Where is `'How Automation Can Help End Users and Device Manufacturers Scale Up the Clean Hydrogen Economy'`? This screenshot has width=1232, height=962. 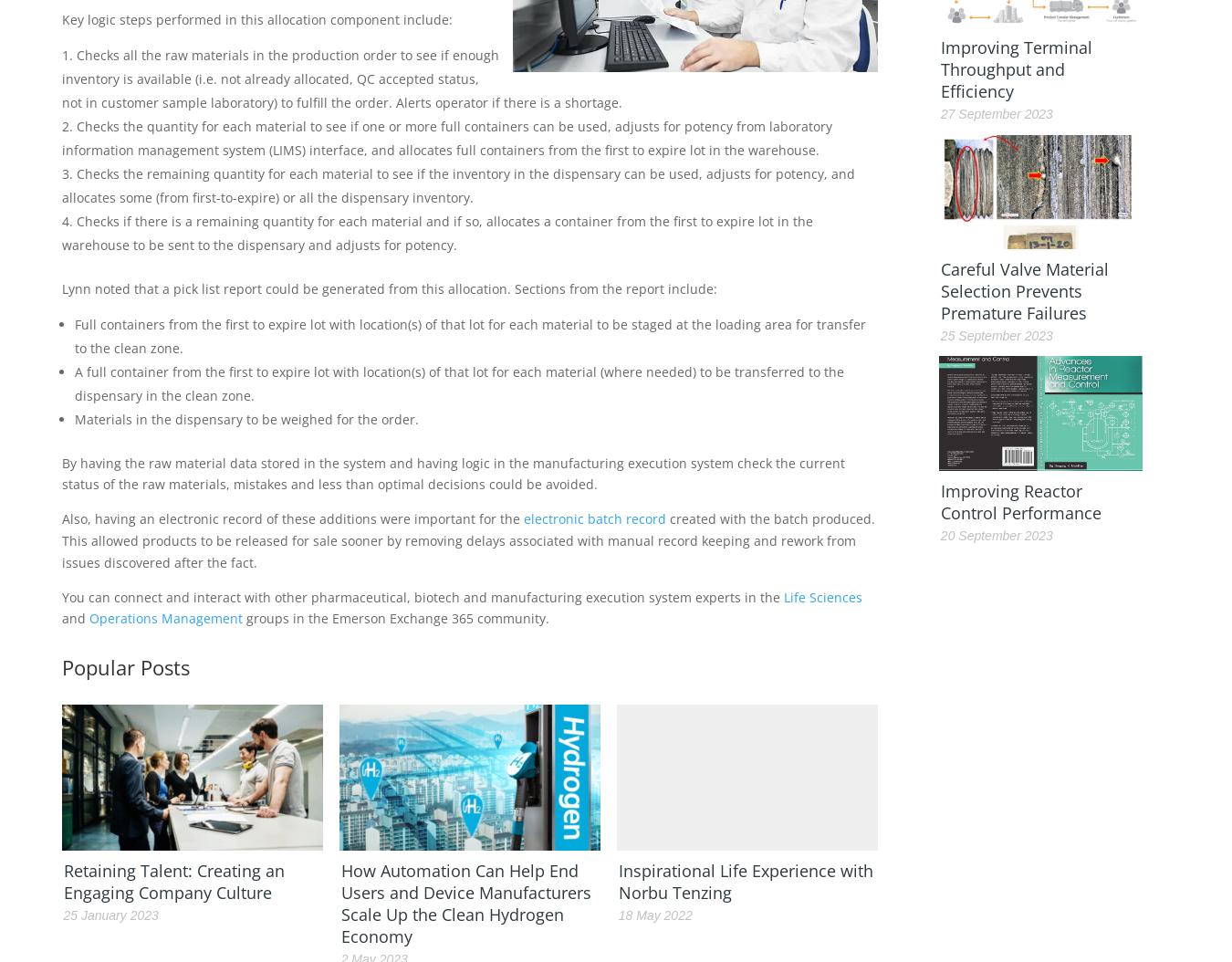
'How Automation Can Help End Users and Device Manufacturers Scale Up the Clean Hydrogen Economy' is located at coordinates (465, 904).